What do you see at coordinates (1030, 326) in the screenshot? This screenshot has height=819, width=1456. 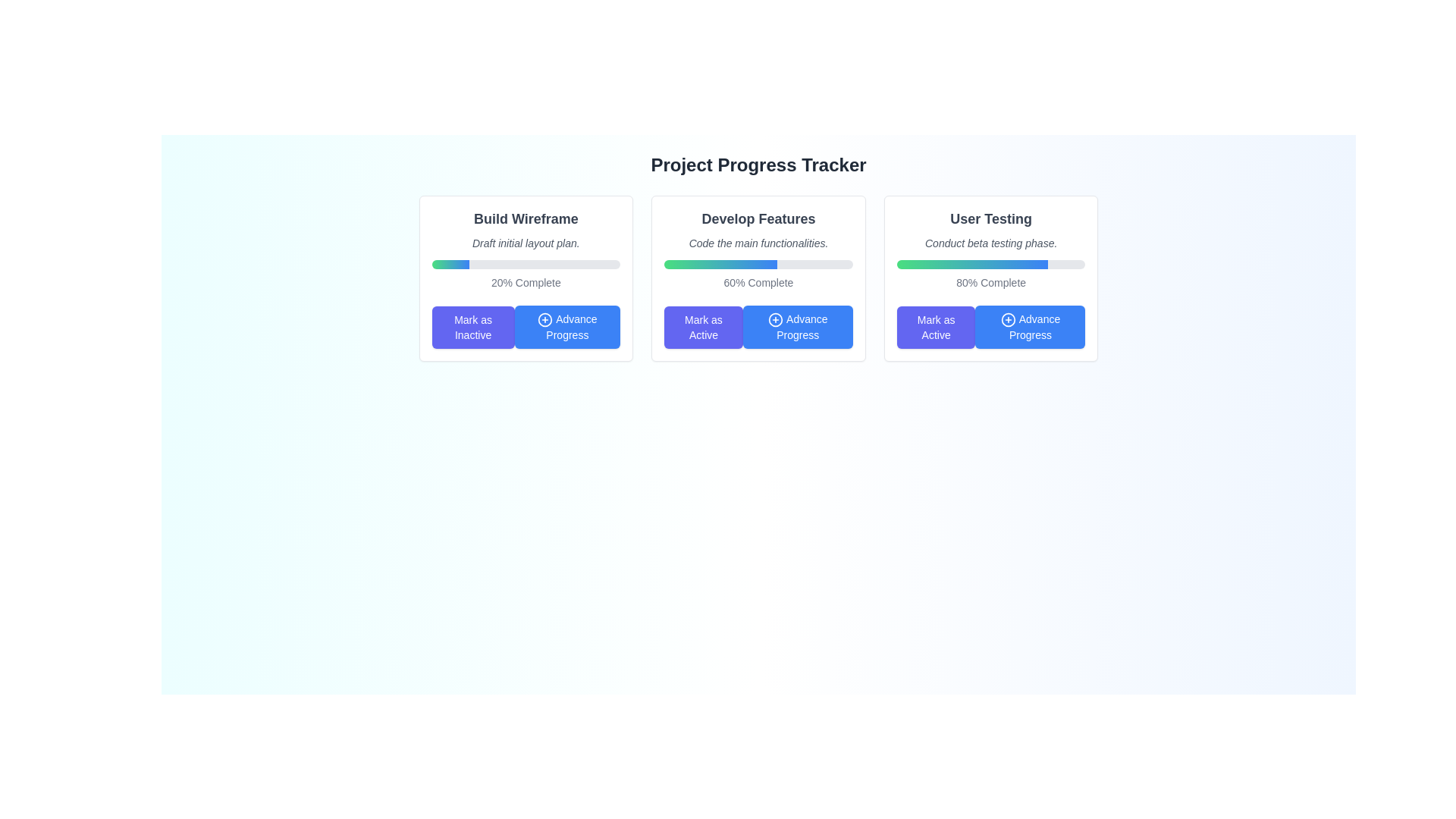 I see `the 'Advance Progress' button, which is a rectangular button with a rounded blue background and white text, positioned under the 'User Testing' section, to advance progress` at bounding box center [1030, 326].